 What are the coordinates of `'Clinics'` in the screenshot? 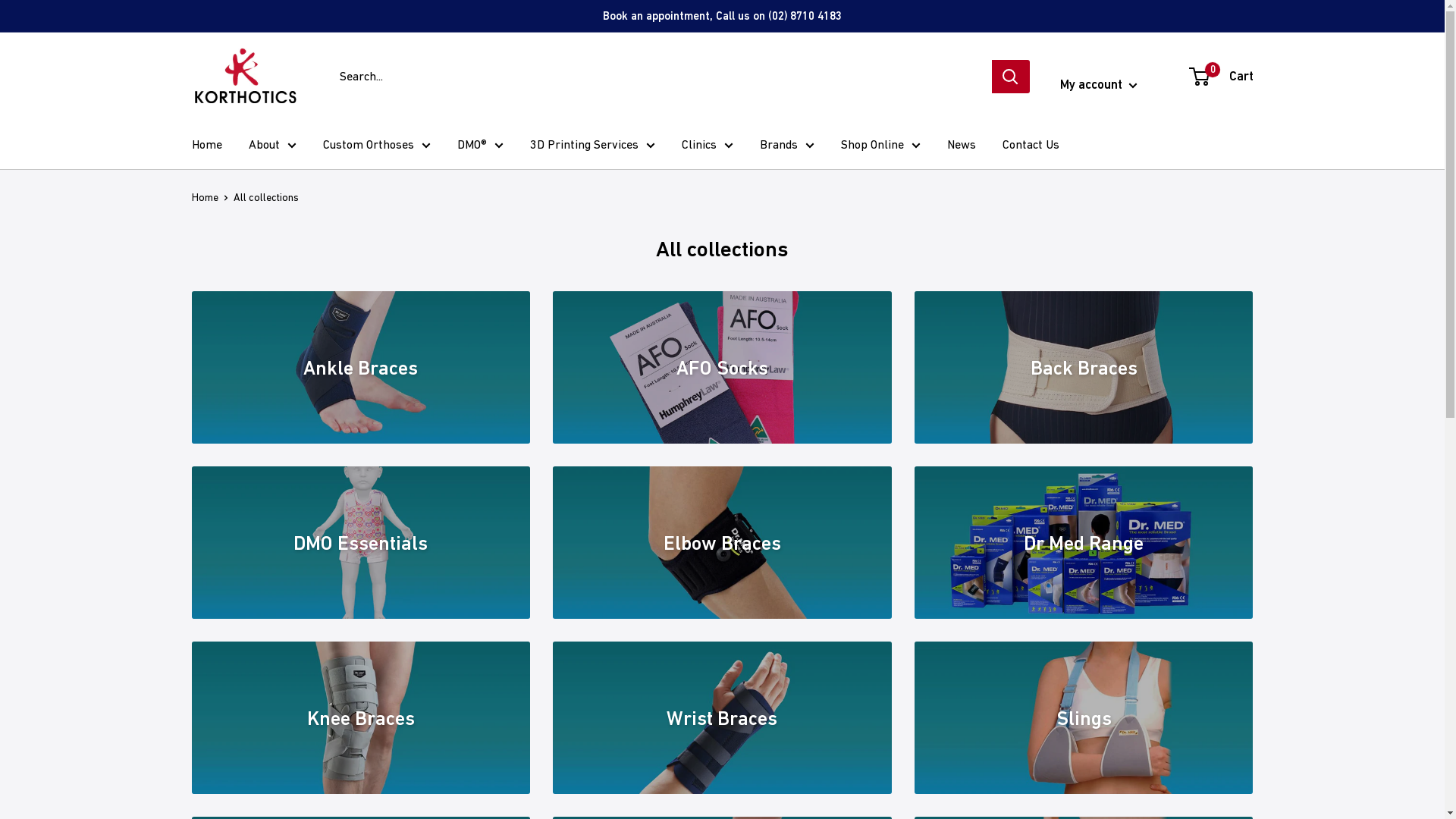 It's located at (705, 145).